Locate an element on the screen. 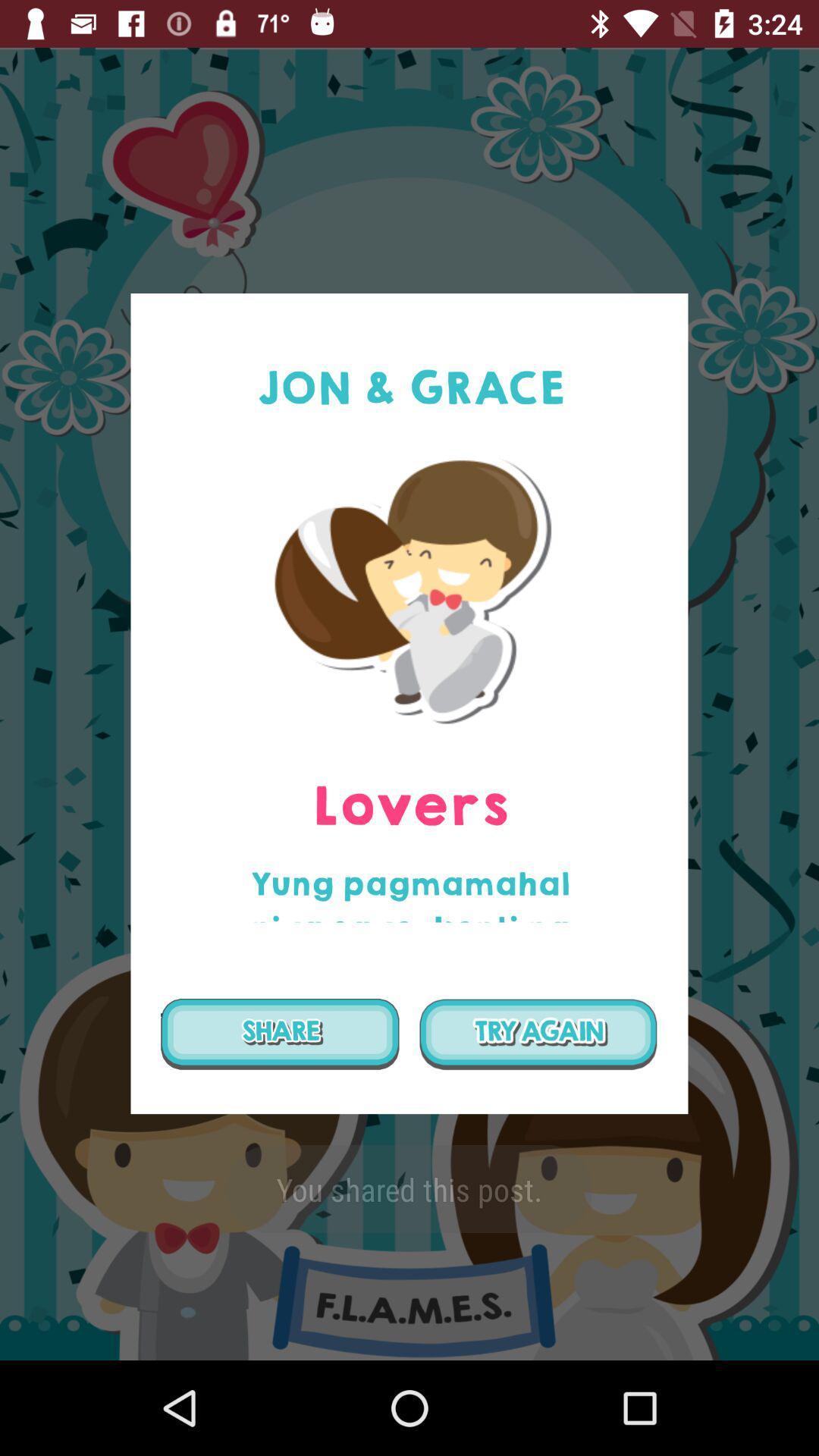  the item below yung pagmamahal niya is located at coordinates (538, 1033).